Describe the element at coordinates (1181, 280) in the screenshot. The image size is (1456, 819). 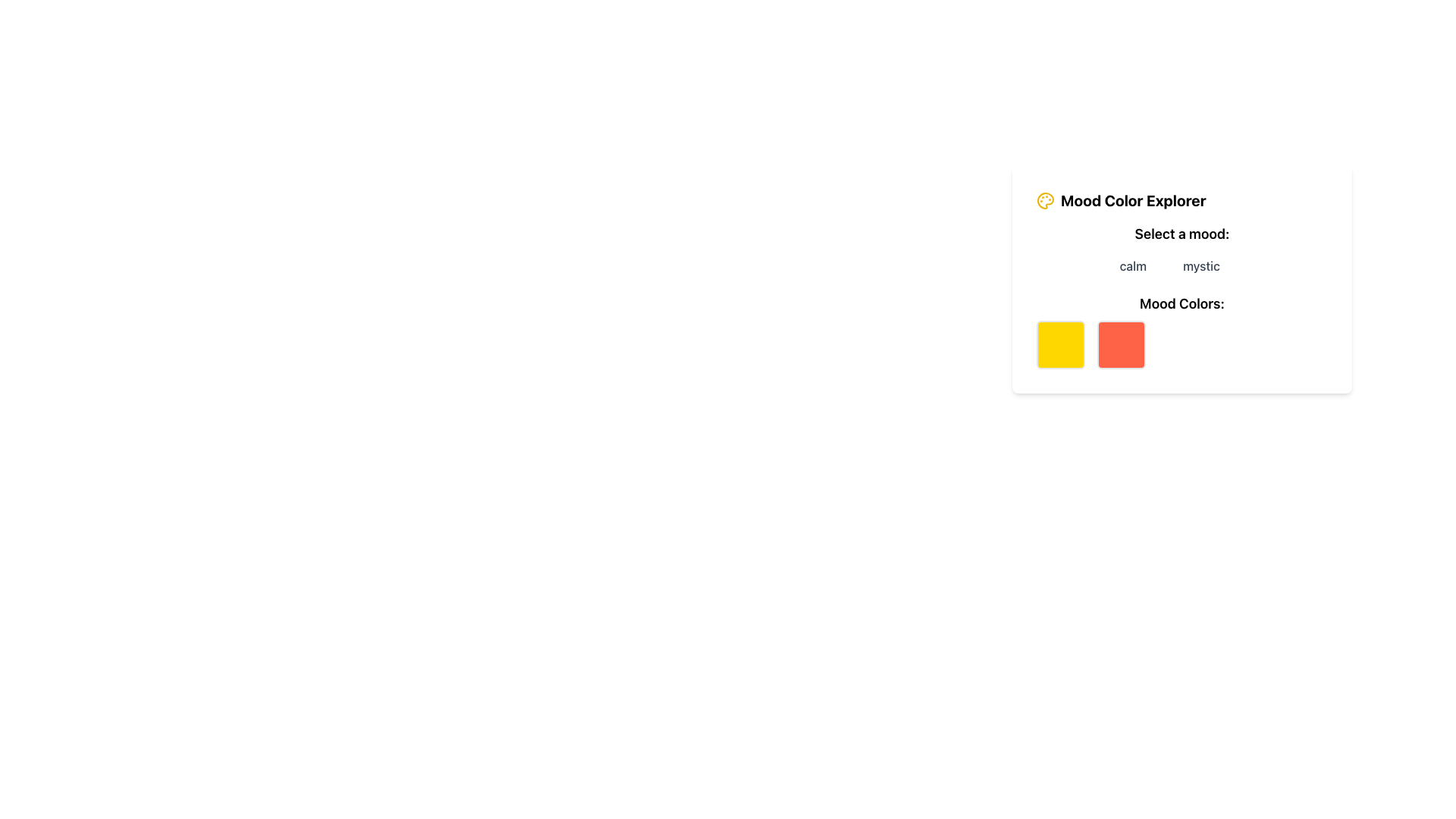
I see `color changes or responses in the 'Mood Color Explorer' interface section, which includes mood options and color boxes` at that location.